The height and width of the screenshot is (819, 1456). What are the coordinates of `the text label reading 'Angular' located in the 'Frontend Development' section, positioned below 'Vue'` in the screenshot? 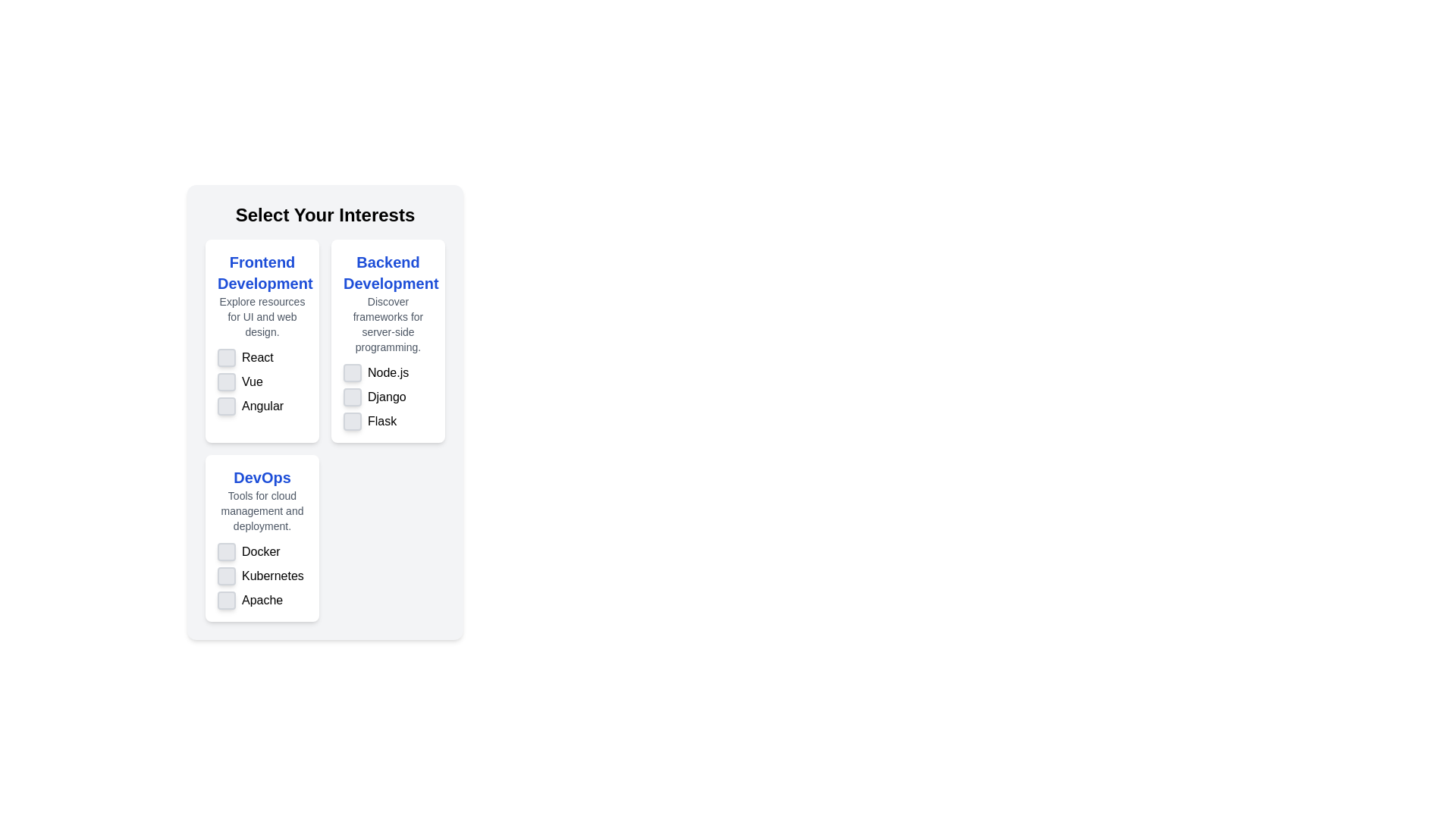 It's located at (262, 406).